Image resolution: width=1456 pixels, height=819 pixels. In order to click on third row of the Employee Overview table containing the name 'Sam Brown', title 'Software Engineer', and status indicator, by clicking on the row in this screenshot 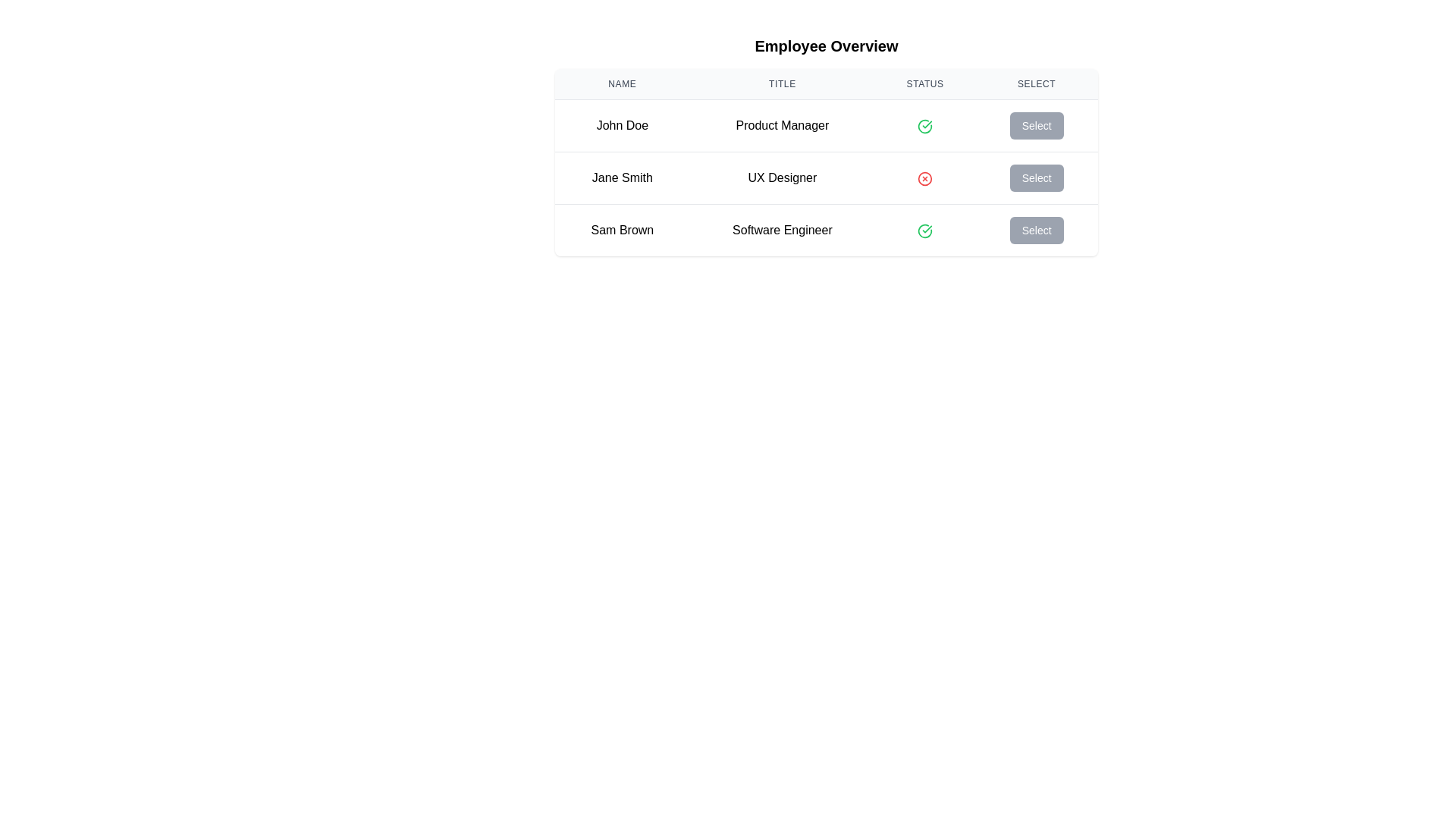, I will do `click(825, 230)`.